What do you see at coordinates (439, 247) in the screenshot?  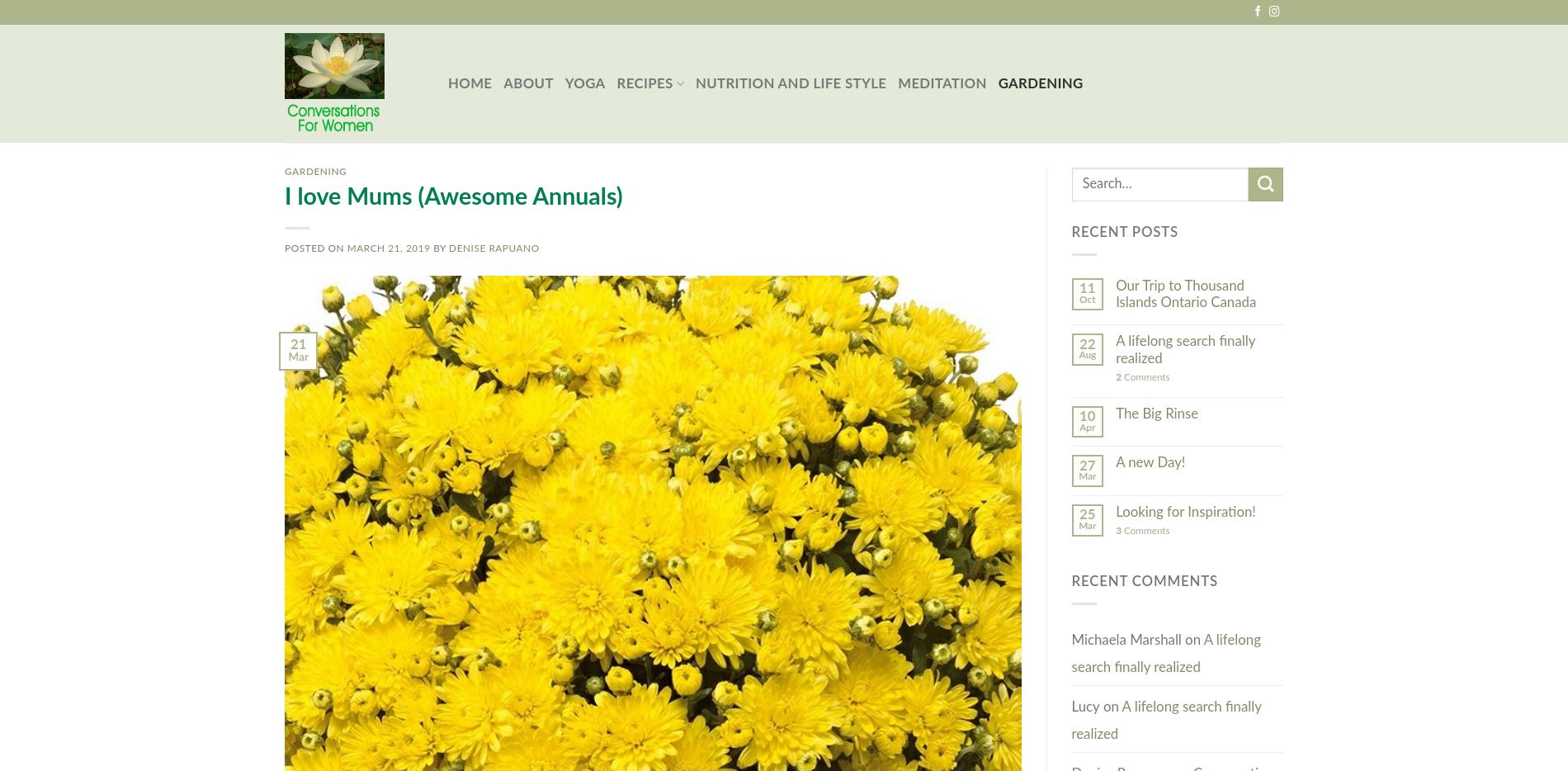 I see `'by'` at bounding box center [439, 247].